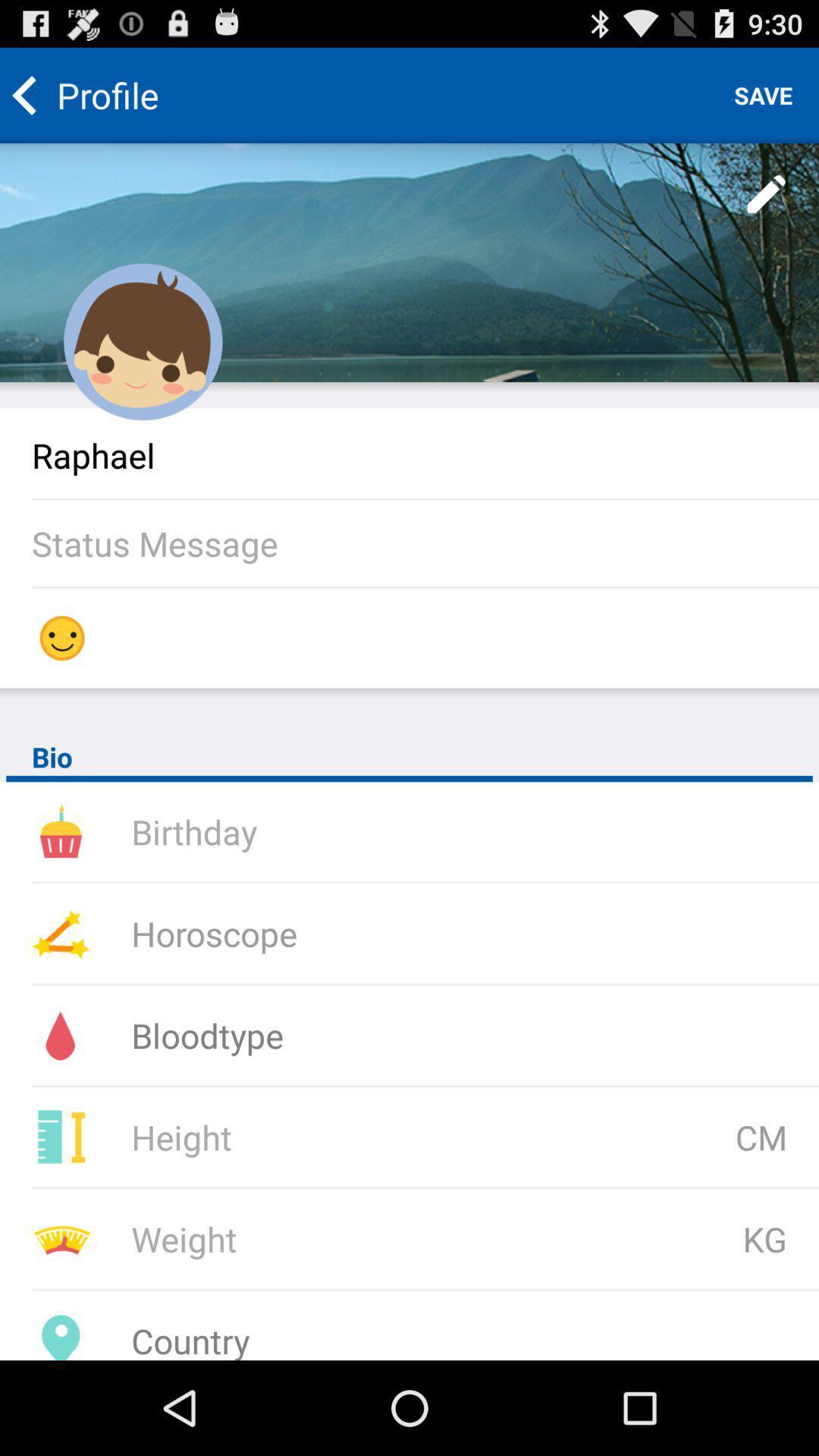 Image resolution: width=819 pixels, height=1456 pixels. I want to click on birthday text, so click(332, 830).